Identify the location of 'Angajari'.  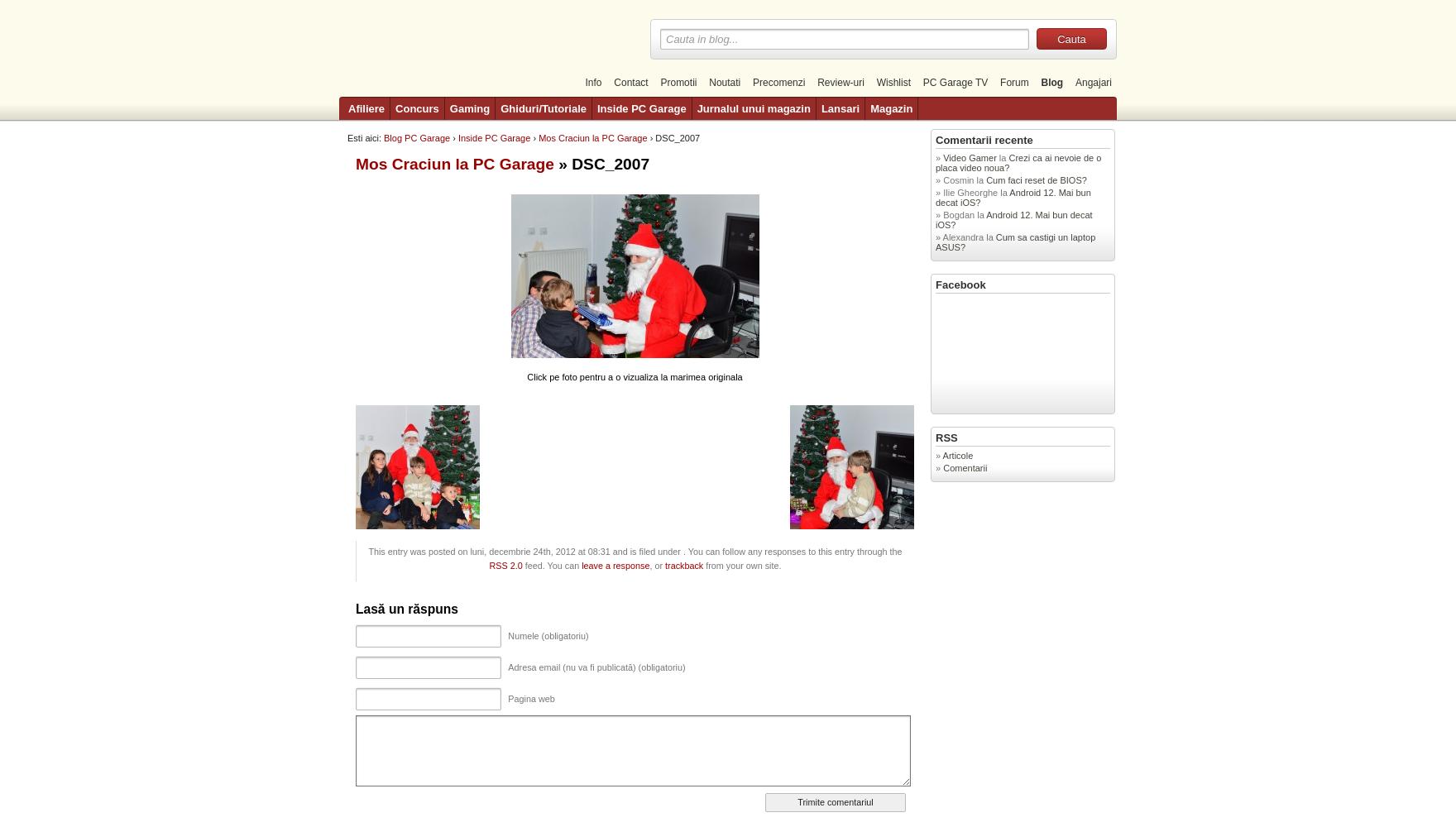
(1093, 82).